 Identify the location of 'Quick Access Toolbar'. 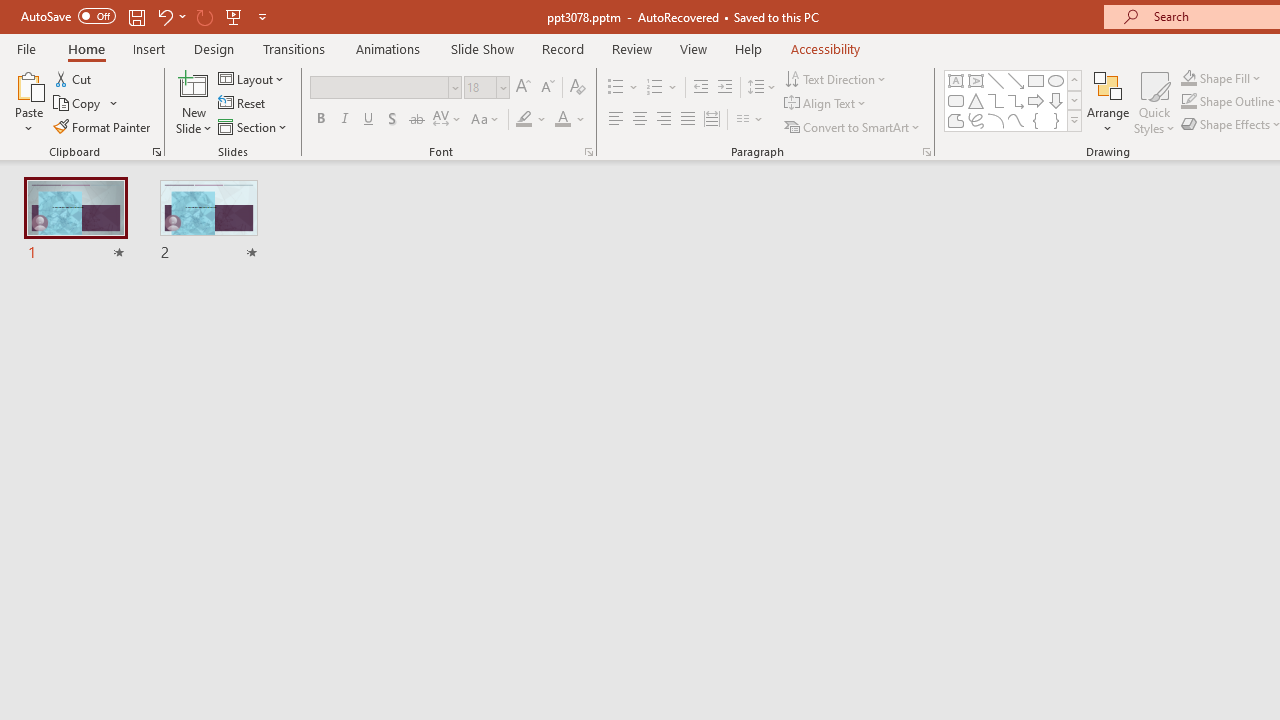
(144, 16).